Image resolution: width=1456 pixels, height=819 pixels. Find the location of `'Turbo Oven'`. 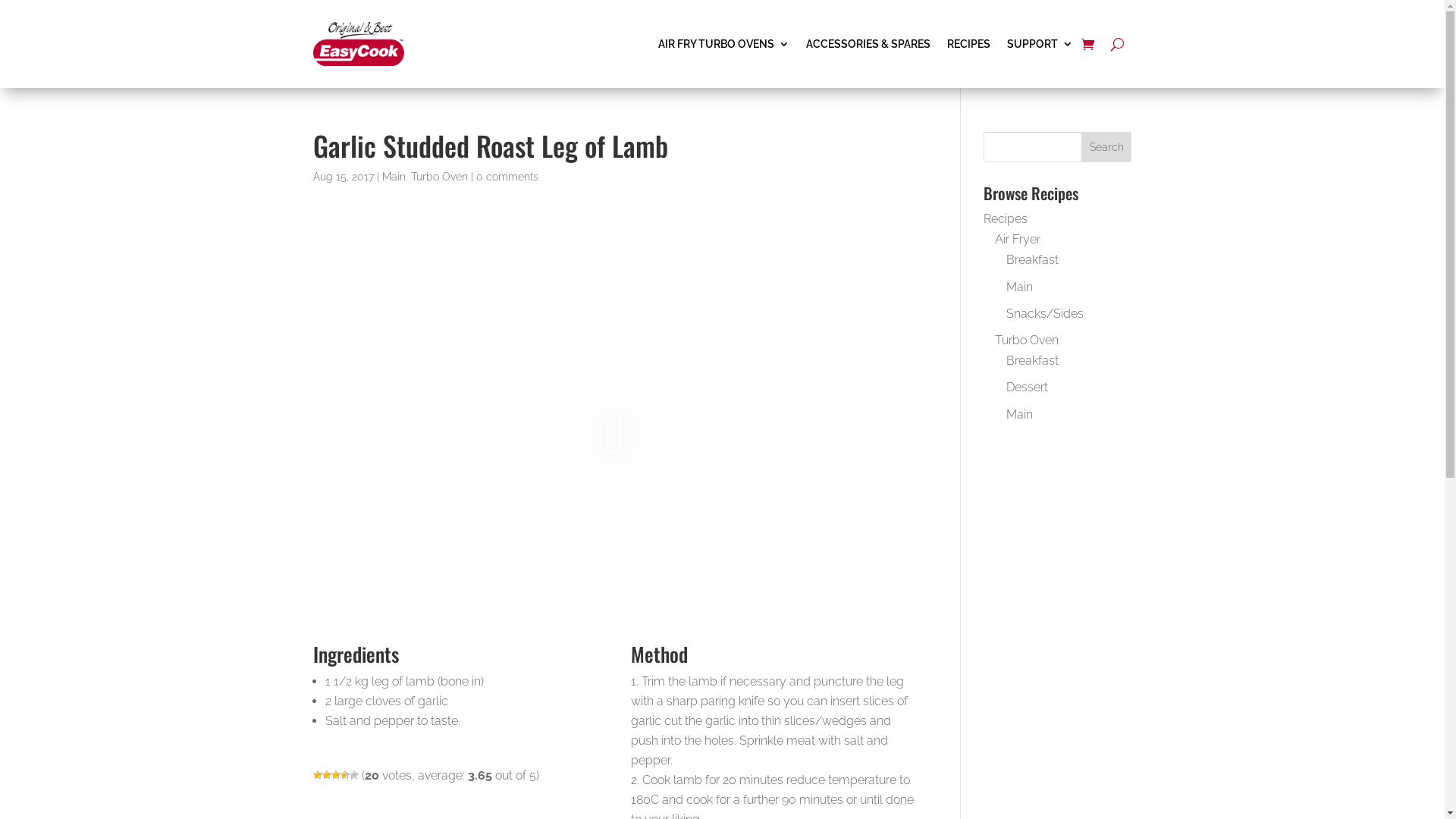

'Turbo Oven' is located at coordinates (438, 175).